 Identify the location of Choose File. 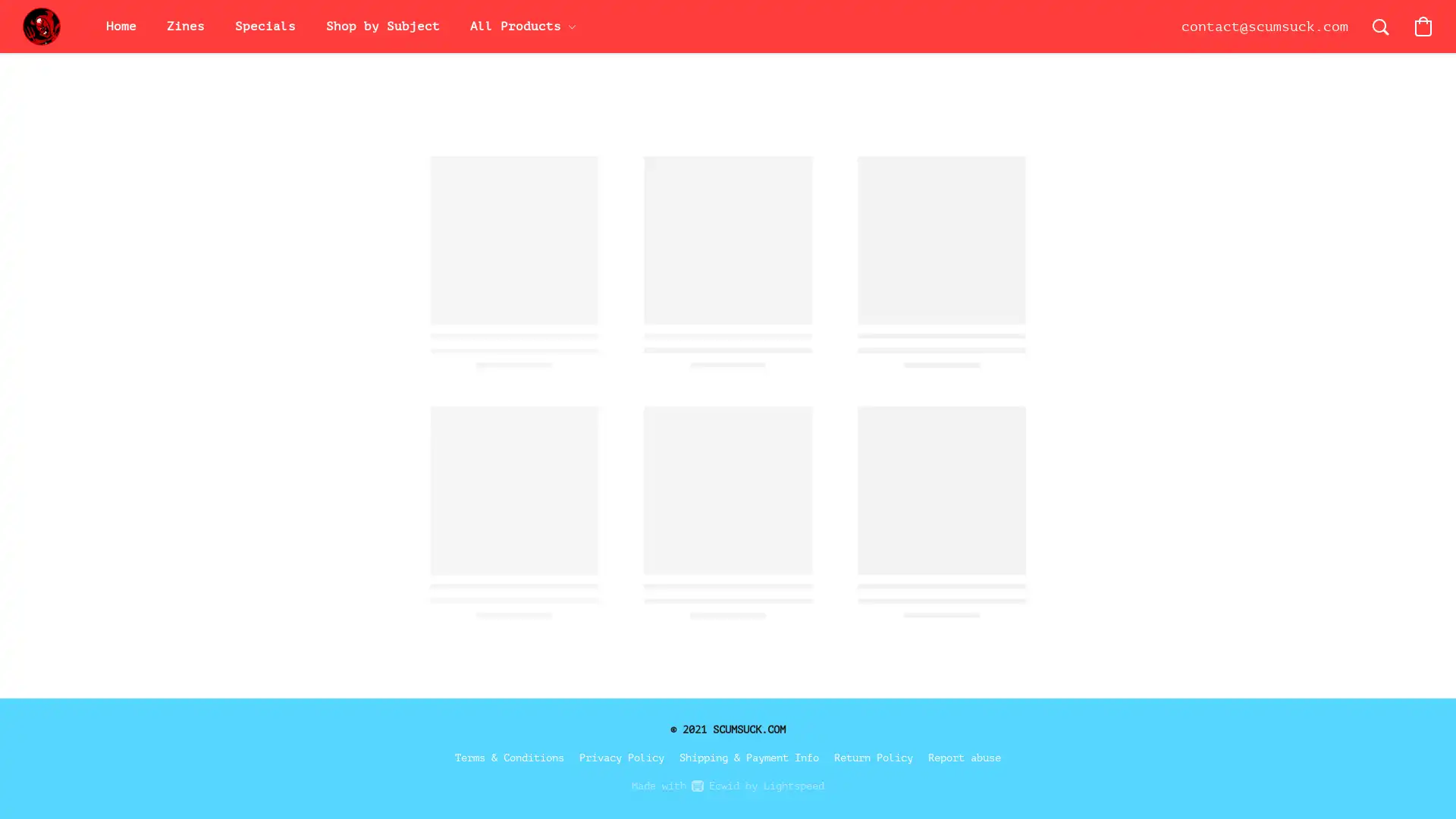
(928, 432).